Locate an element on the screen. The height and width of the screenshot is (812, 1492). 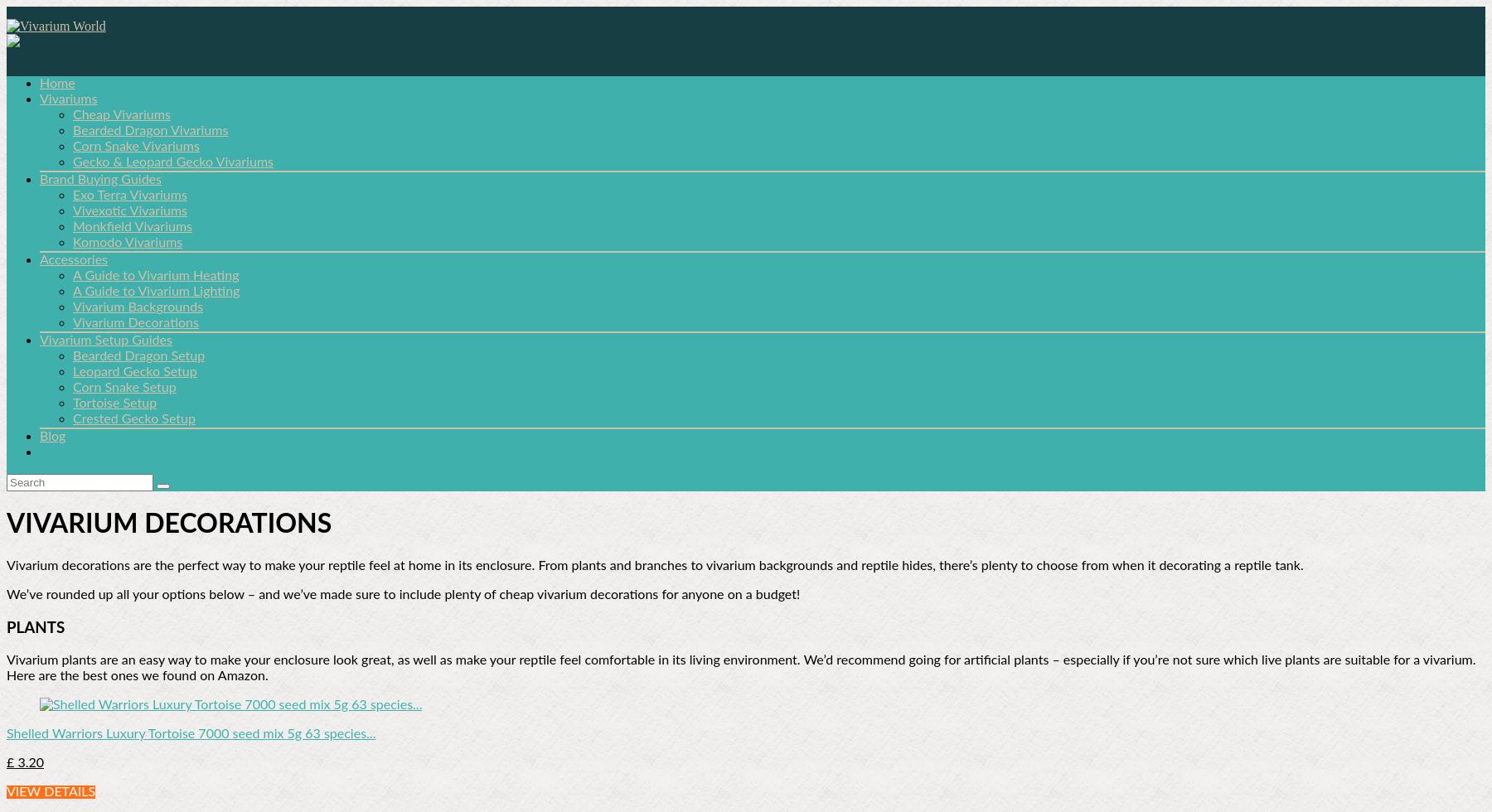
'Crested Gecko Setup' is located at coordinates (133, 418).